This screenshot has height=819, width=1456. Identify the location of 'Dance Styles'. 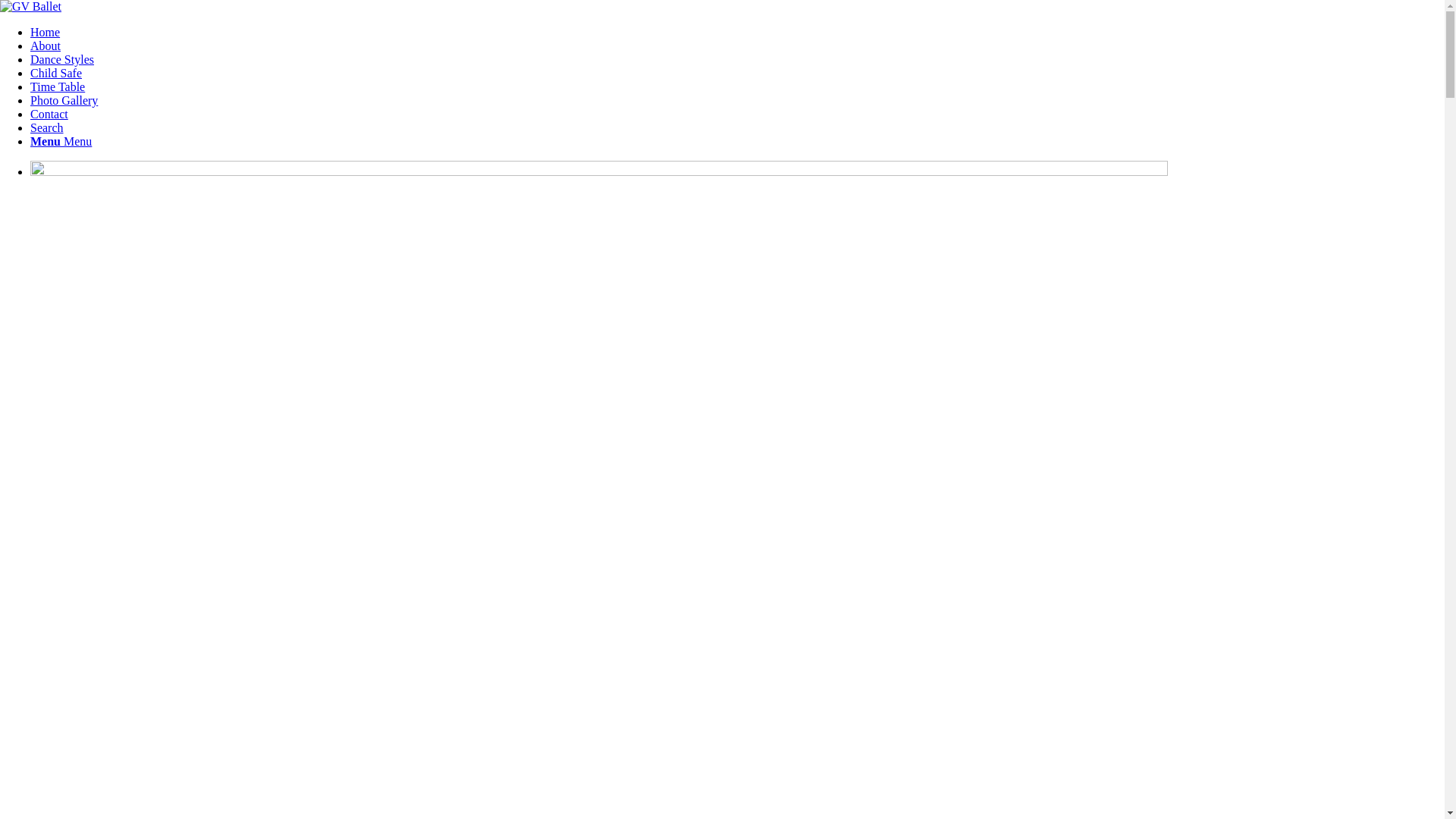
(61, 58).